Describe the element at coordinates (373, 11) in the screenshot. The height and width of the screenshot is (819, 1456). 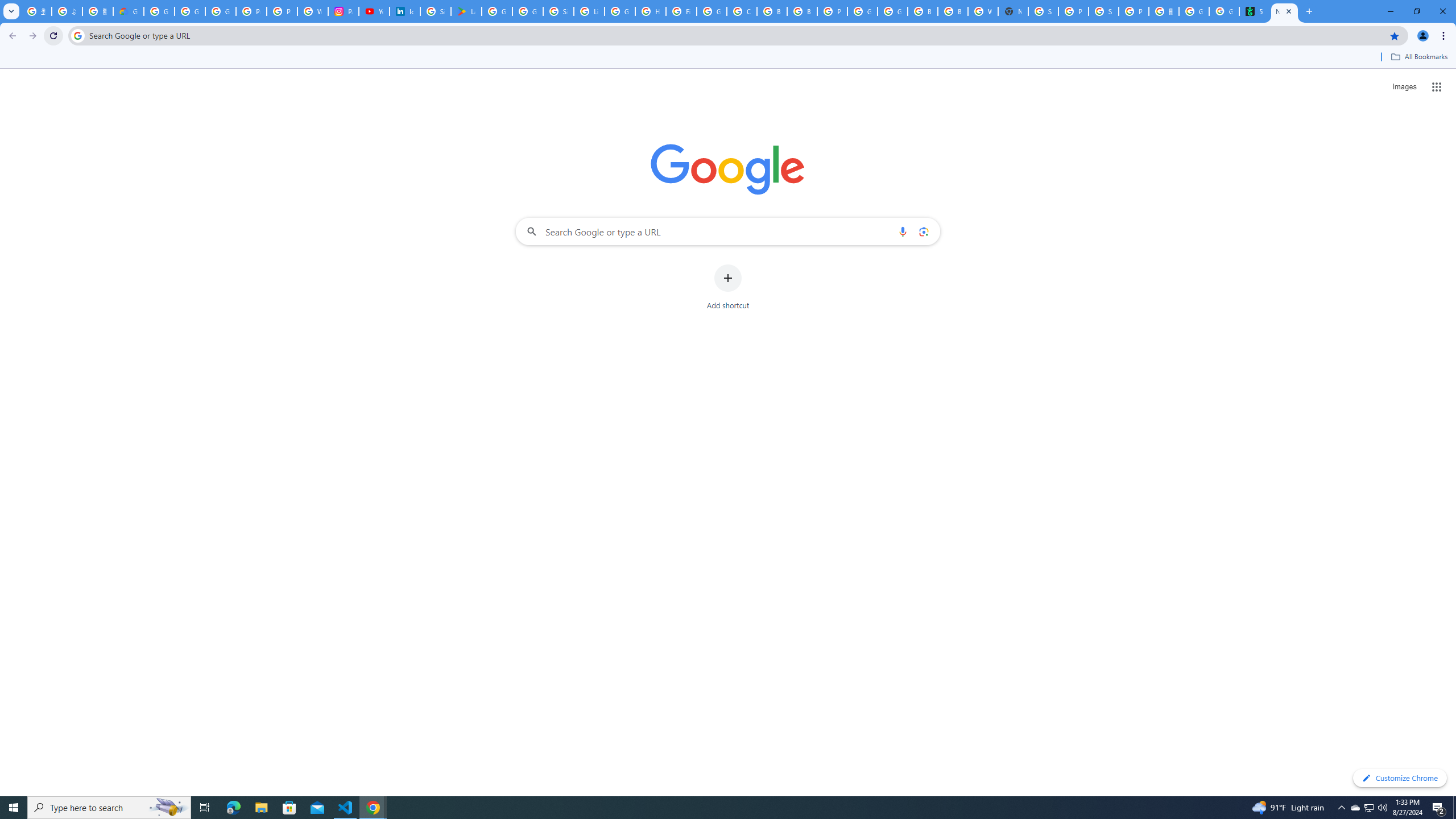
I see `'YouTube Culture & Trends - On The Rise: Handcam Videos'` at that location.